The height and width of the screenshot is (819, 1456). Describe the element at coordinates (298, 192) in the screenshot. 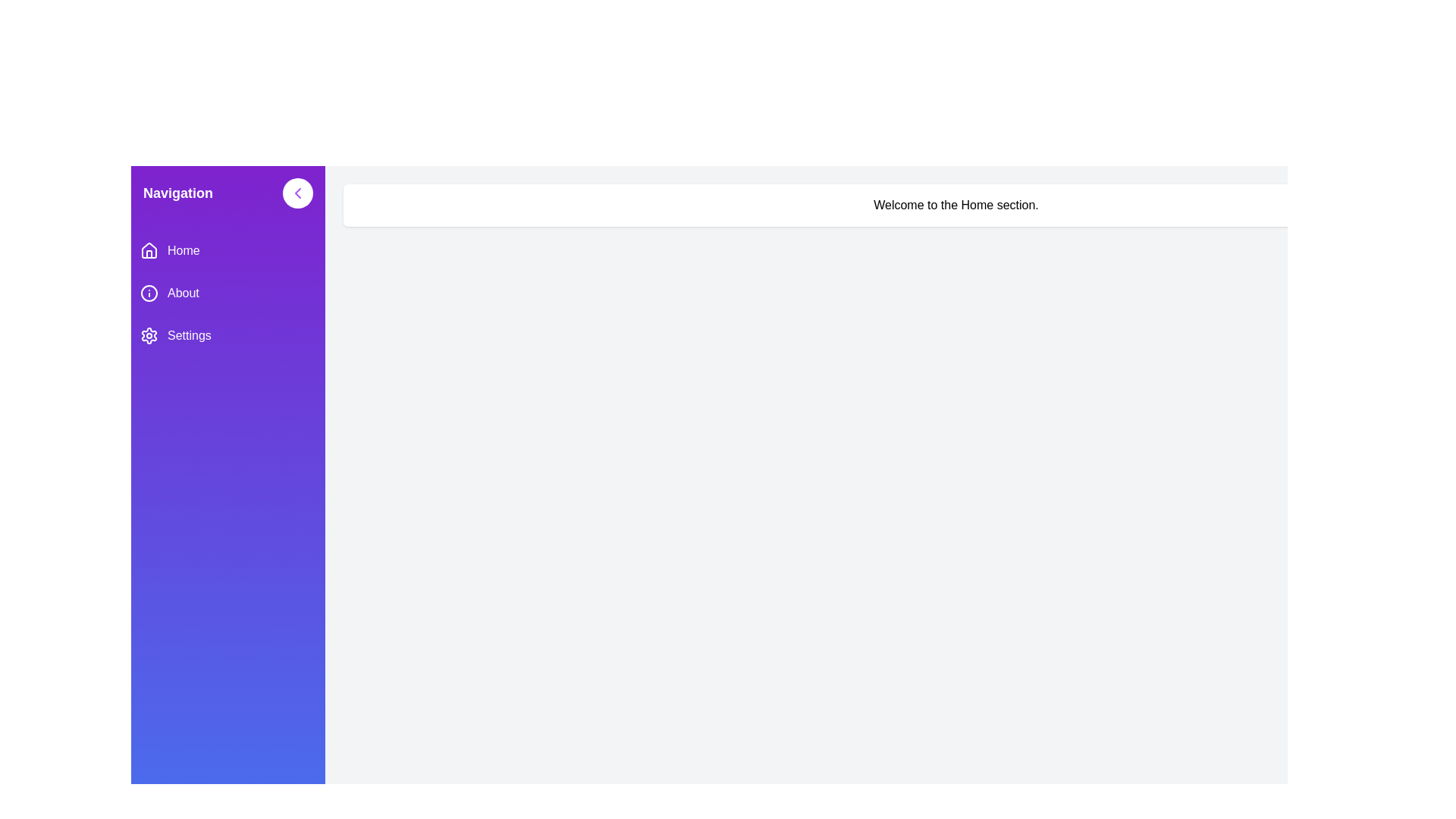

I see `the left-pointing chevron icon styled in purple, located inside a white circular background at the top center of the purple navigation bar in the left panel` at that location.